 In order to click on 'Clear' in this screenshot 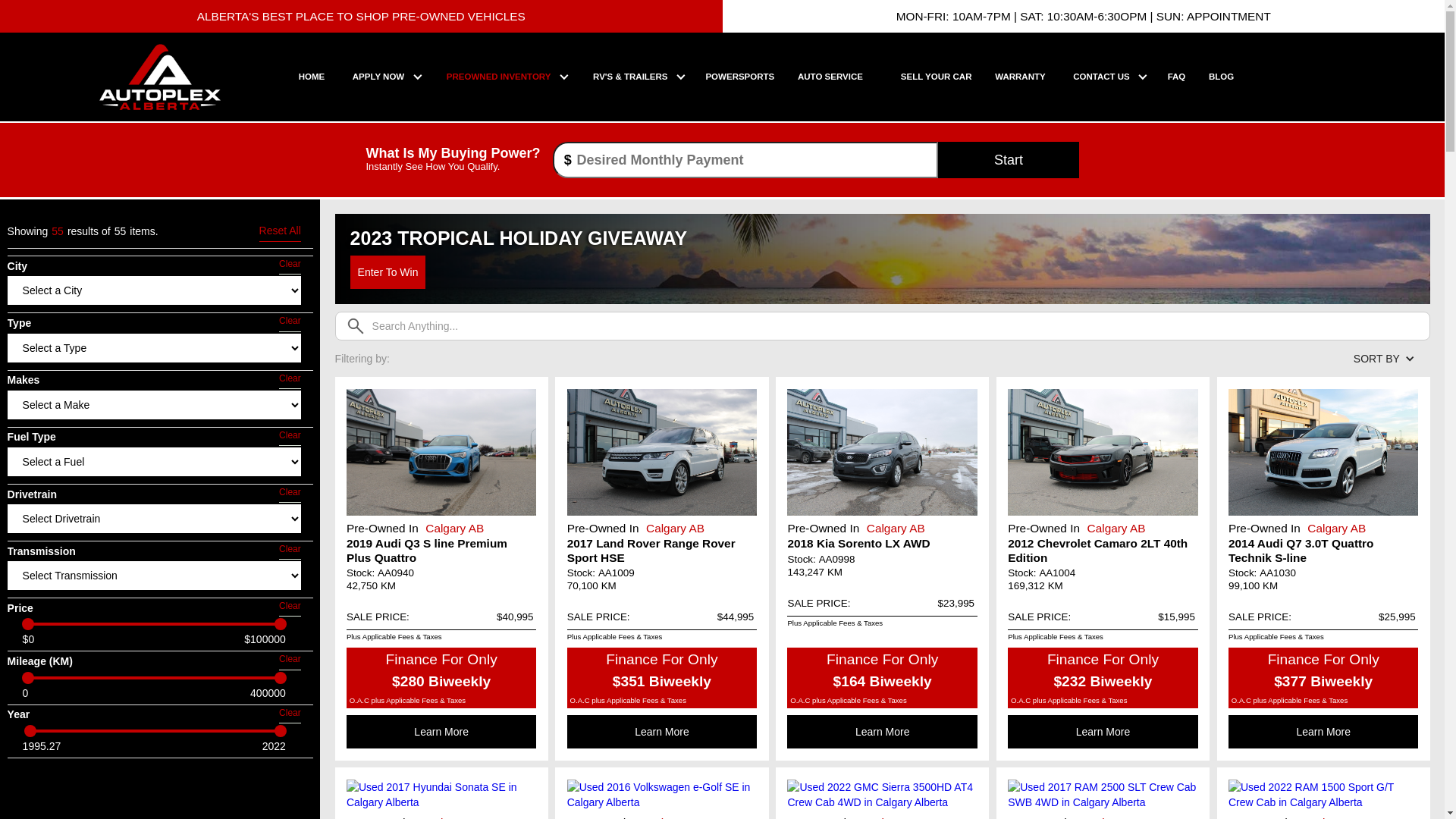, I will do `click(290, 607)`.